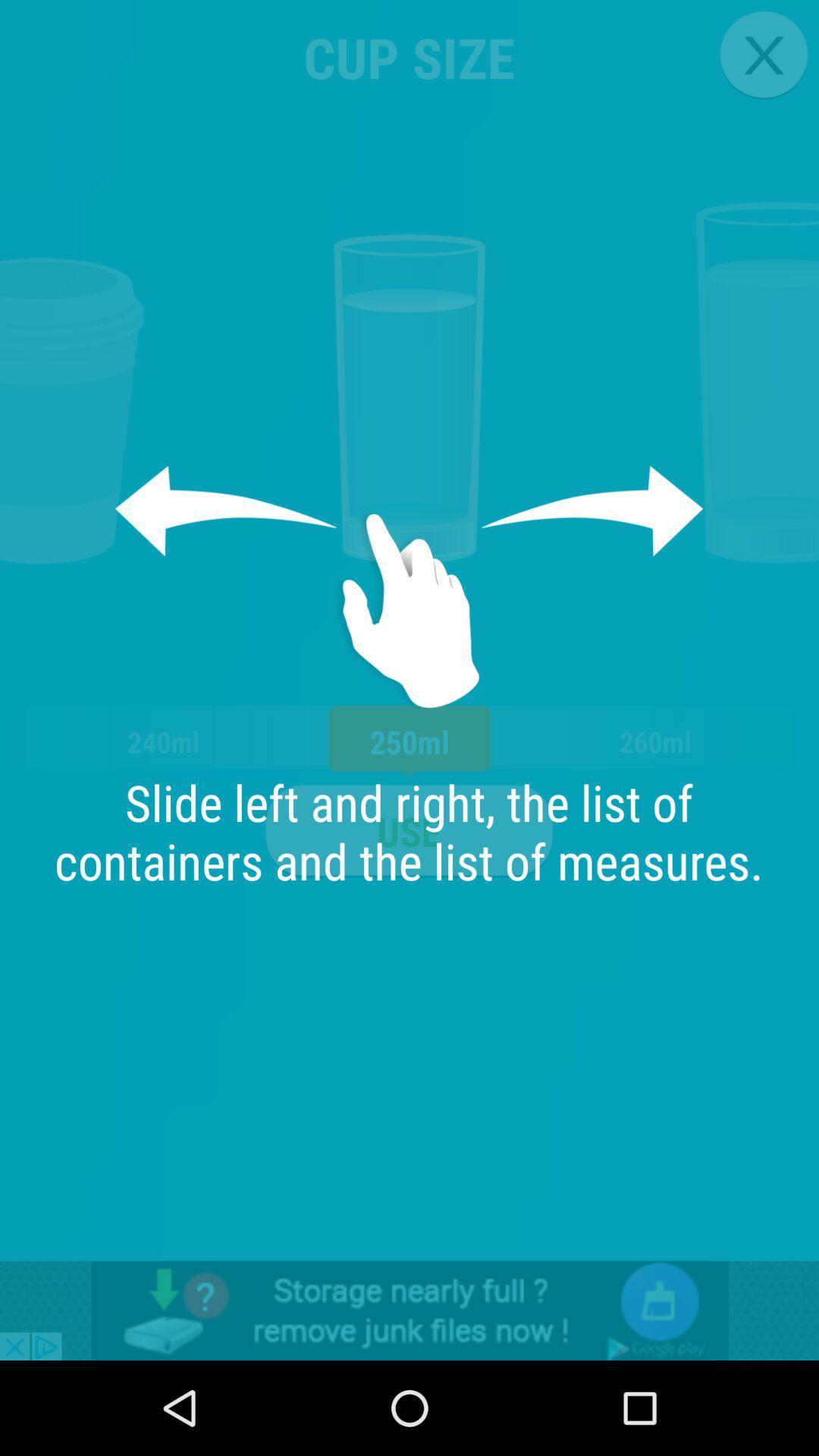 The height and width of the screenshot is (1456, 819). I want to click on app to the right of the 240ml icon, so click(408, 830).